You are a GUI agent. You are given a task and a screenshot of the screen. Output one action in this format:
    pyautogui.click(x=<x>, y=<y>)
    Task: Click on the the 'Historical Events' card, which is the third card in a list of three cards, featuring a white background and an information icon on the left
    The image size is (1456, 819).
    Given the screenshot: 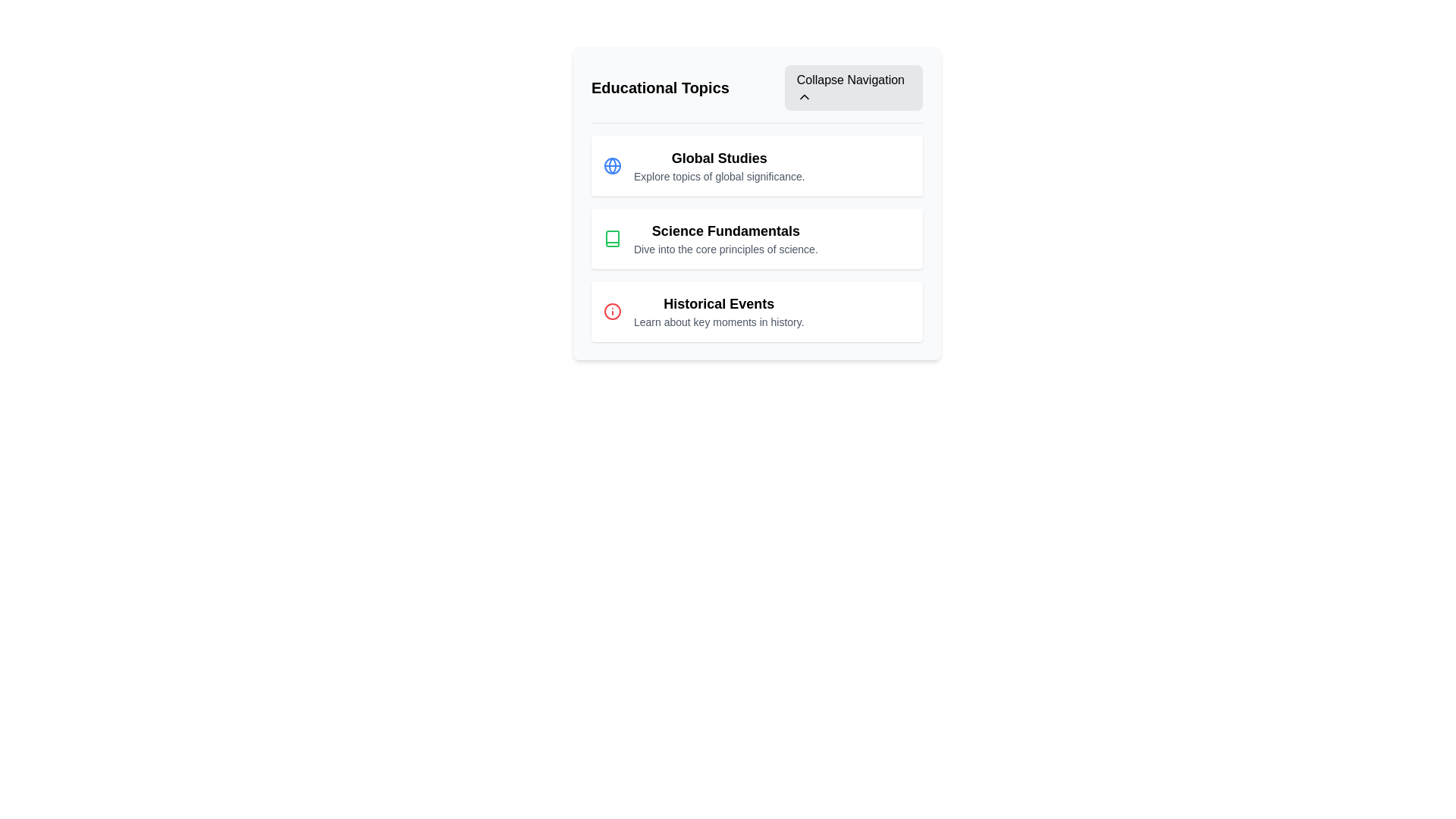 What is the action you would take?
    pyautogui.click(x=757, y=311)
    